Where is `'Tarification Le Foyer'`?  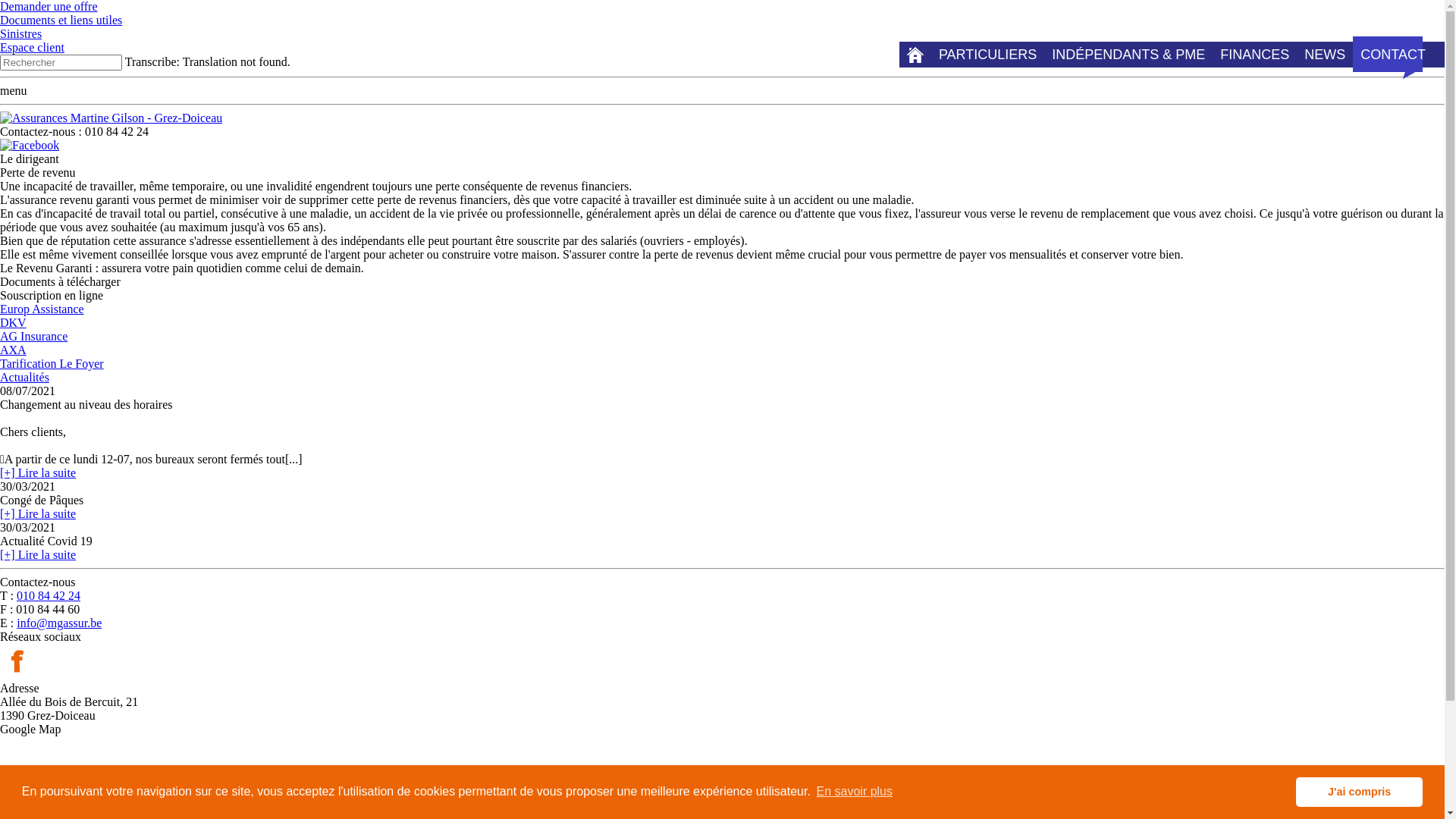
'Tarification Le Foyer' is located at coordinates (0, 363).